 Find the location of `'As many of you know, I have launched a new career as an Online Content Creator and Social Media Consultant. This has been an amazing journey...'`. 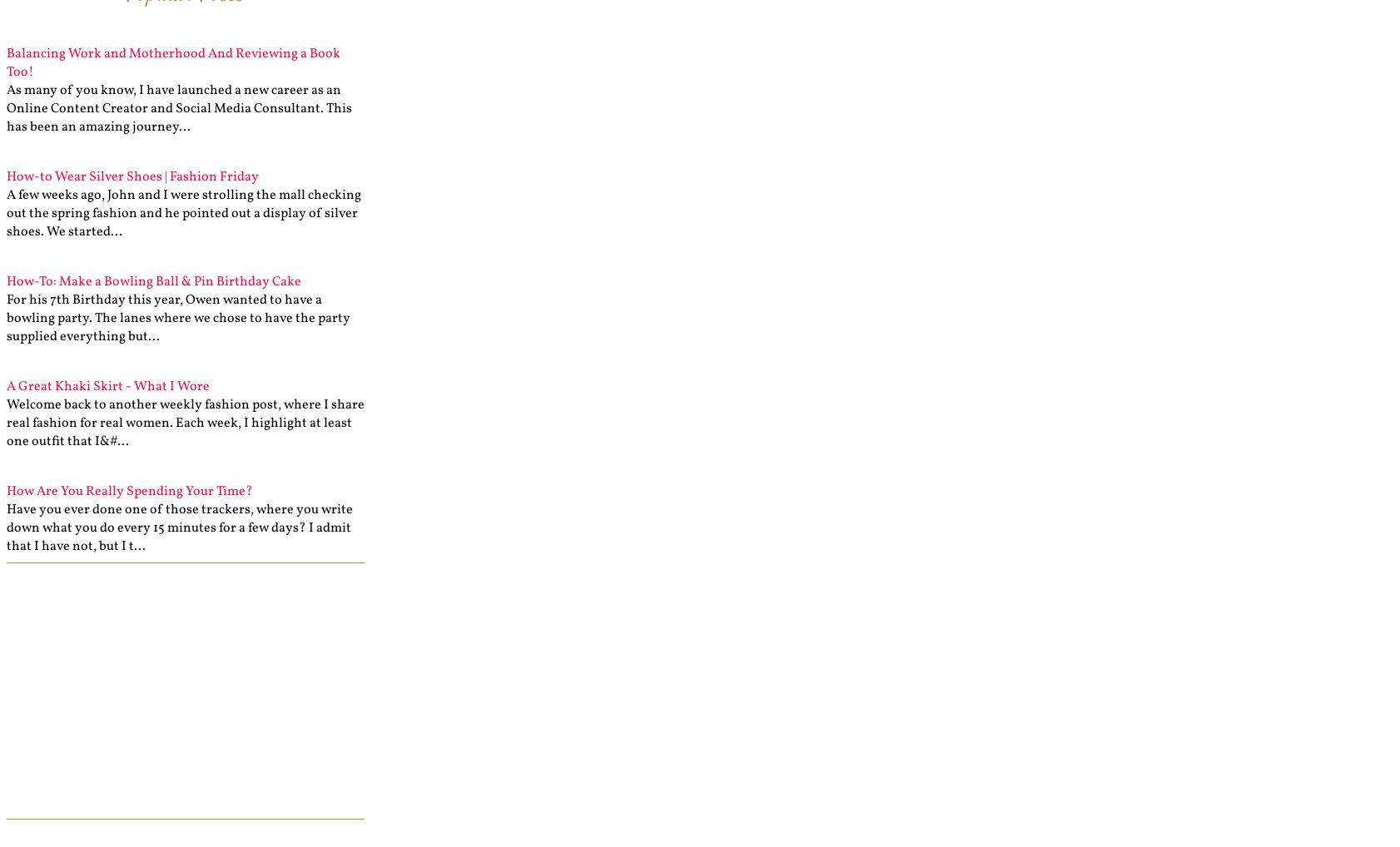

'As many of you know, I have launched a new career as an Online Content Creator and Social Media Consultant. This has been an amazing journey...' is located at coordinates (178, 108).